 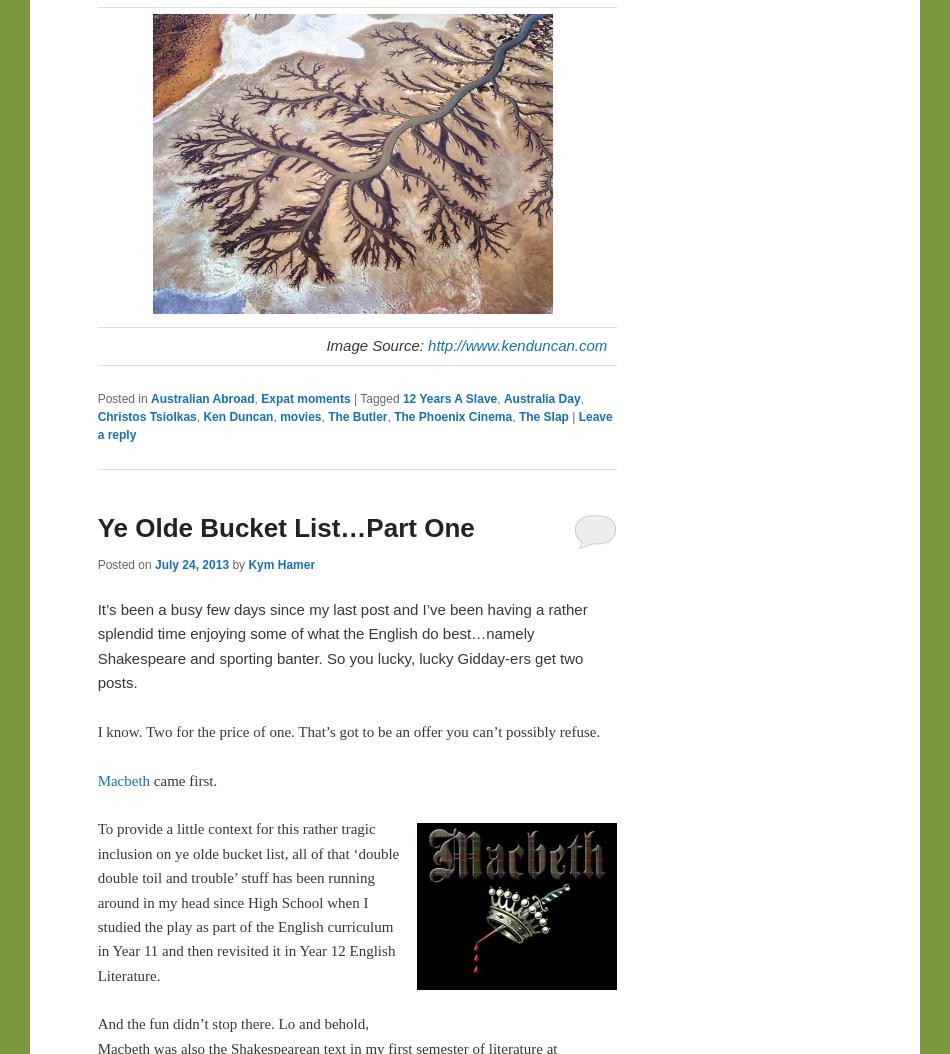 What do you see at coordinates (503, 398) in the screenshot?
I see `'Australia Day'` at bounding box center [503, 398].